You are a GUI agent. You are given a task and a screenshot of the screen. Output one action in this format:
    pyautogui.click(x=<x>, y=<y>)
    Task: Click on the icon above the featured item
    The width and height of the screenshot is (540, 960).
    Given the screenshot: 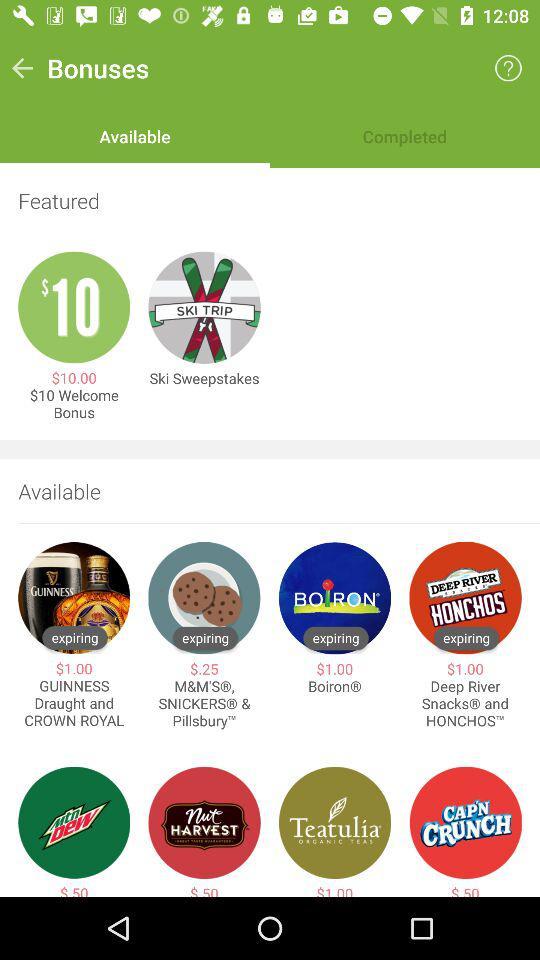 What is the action you would take?
    pyautogui.click(x=508, y=68)
    